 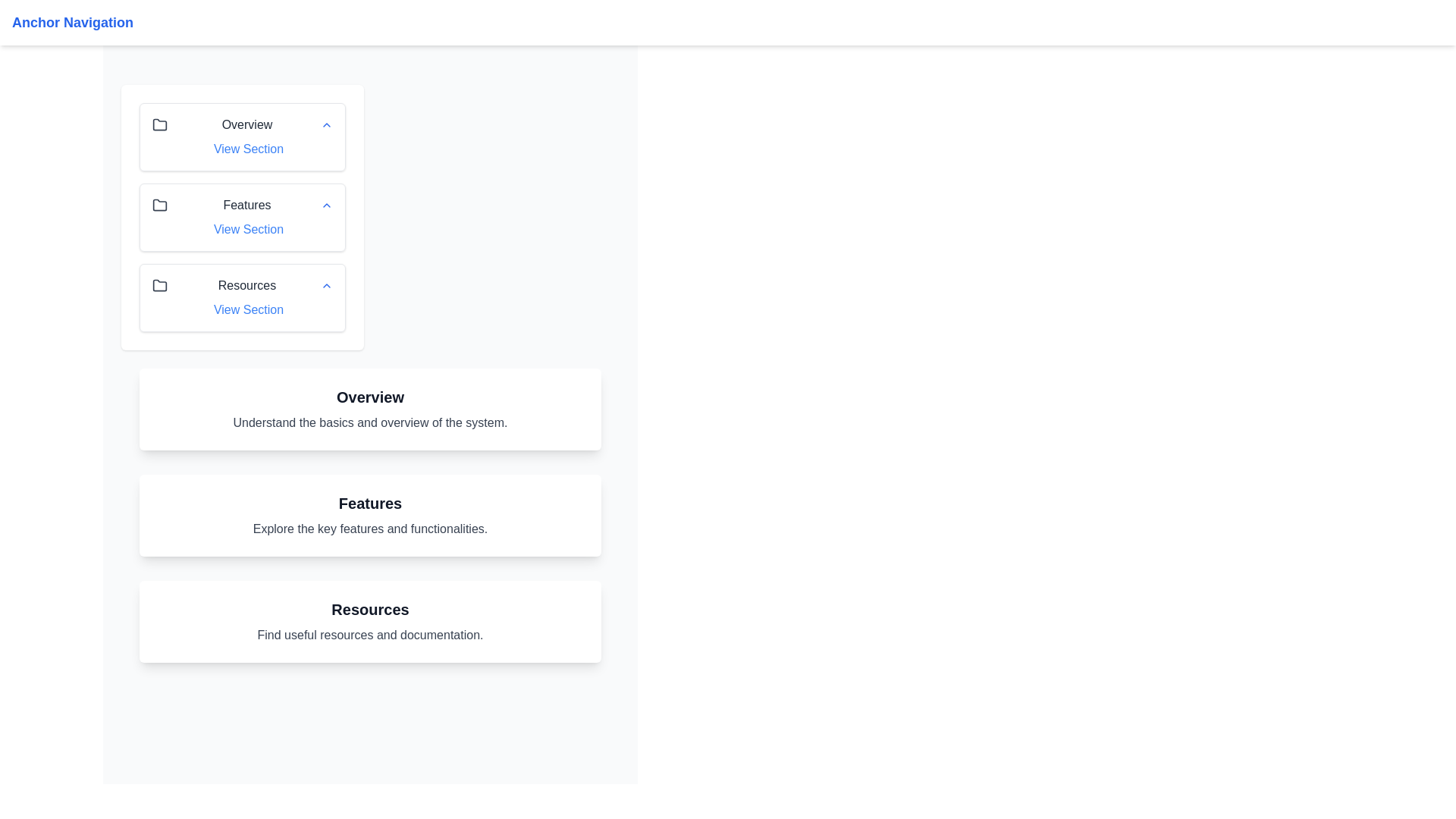 What do you see at coordinates (160, 124) in the screenshot?
I see `the folder icon in the sidebar navigation panel, located next to the 'Overview' item` at bounding box center [160, 124].